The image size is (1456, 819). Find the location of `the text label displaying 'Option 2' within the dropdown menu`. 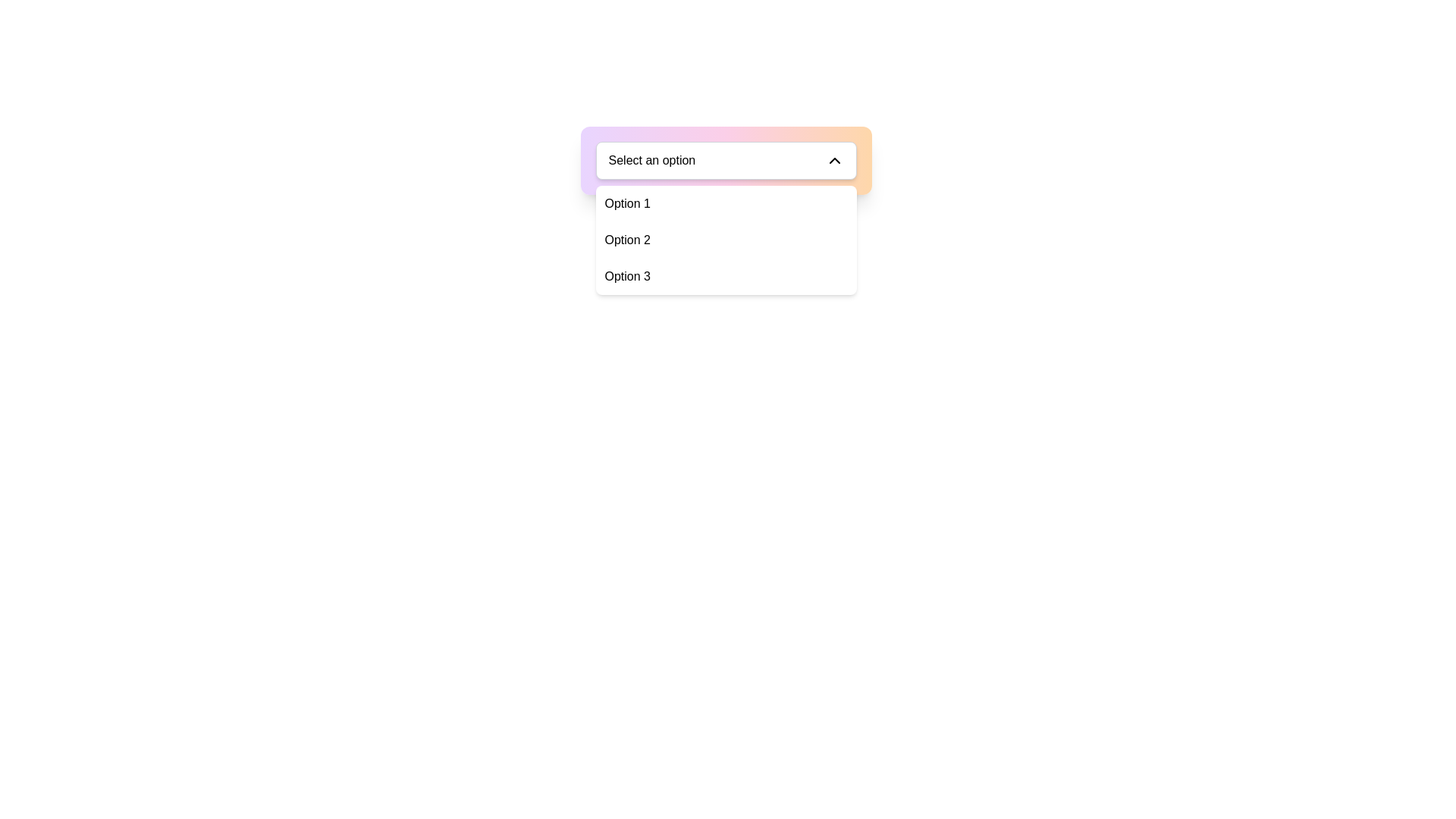

the text label displaying 'Option 2' within the dropdown menu is located at coordinates (627, 239).